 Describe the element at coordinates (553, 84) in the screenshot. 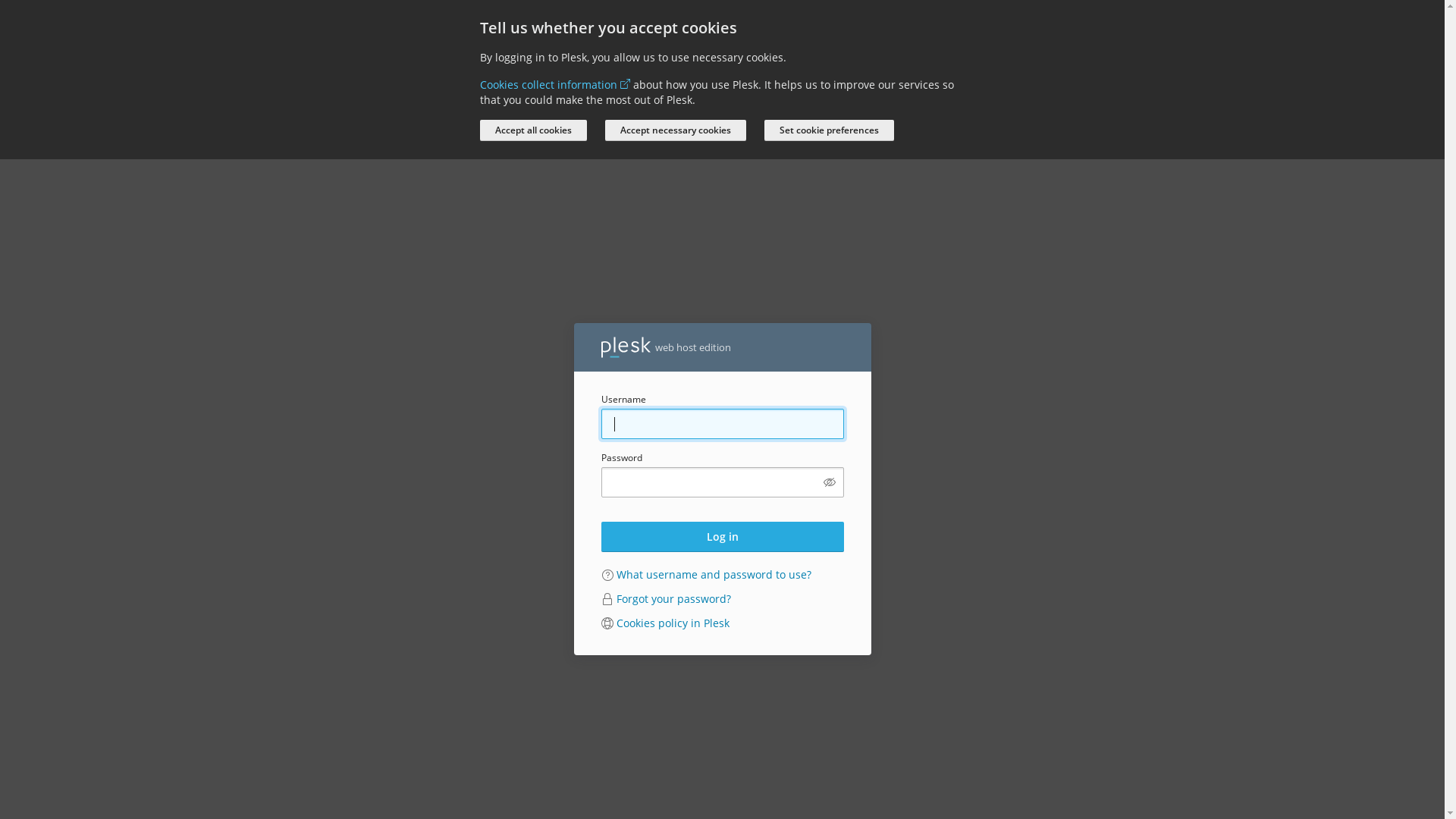

I see `'Cookies collect information'` at that location.